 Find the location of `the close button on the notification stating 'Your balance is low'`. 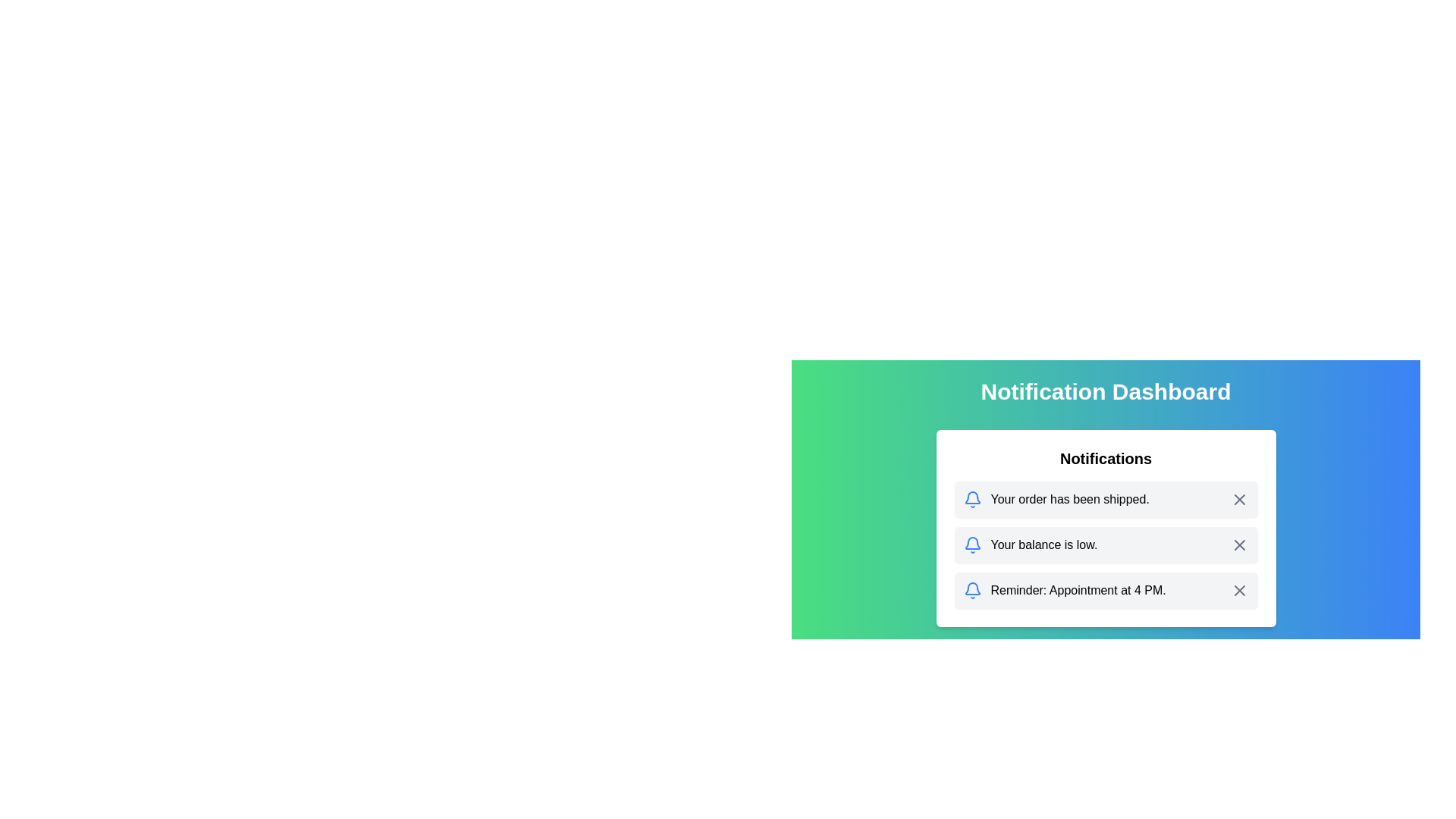

the close button on the notification stating 'Your balance is low' is located at coordinates (1239, 544).